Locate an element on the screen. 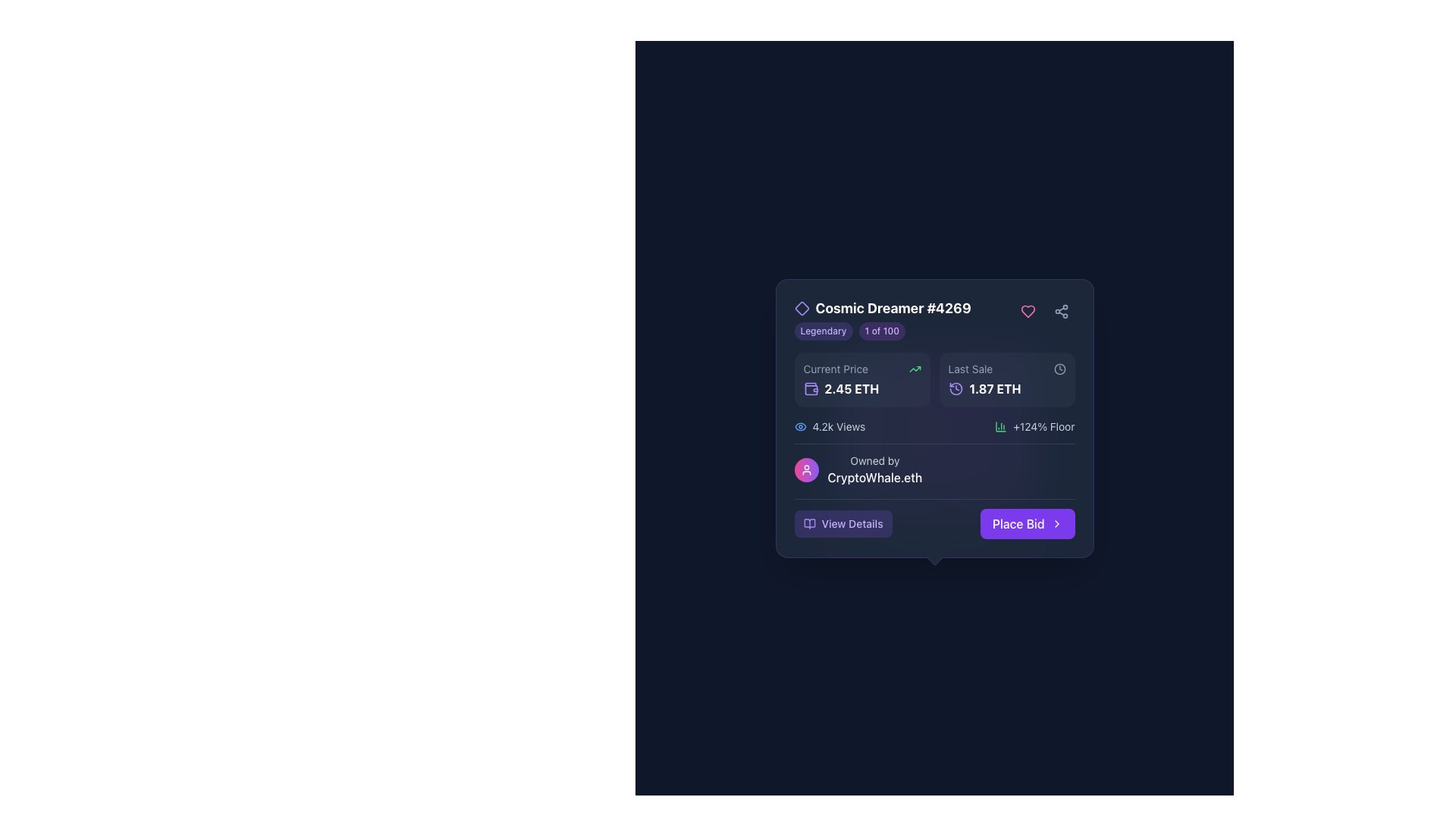 The image size is (1456, 819). the heart-shaped icon with a pink gradient color is located at coordinates (1028, 311).